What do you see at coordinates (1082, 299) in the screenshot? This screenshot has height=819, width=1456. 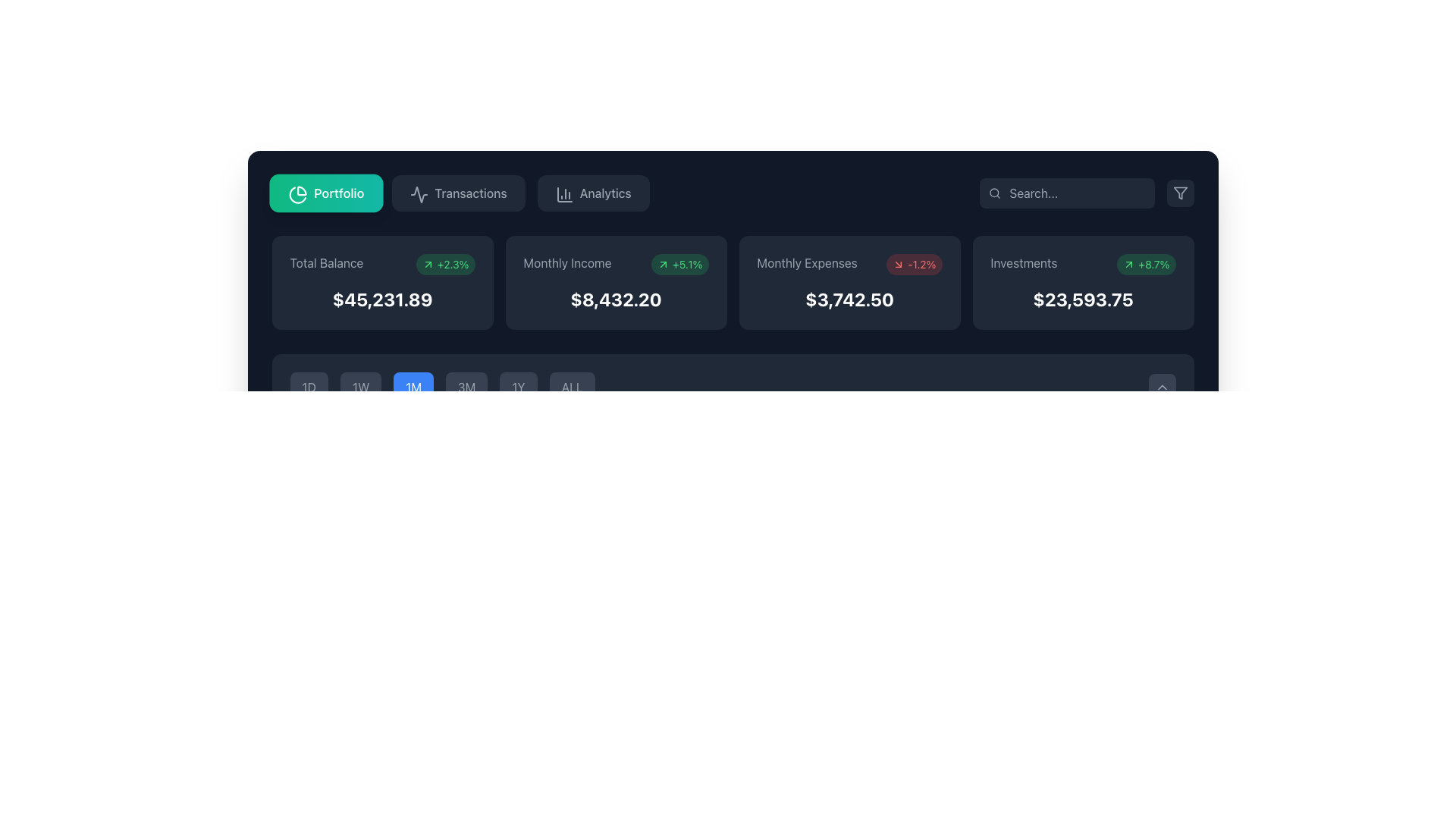 I see `the prominent monetary value text label displaying '$23,593.75' located within the 'Investments' card, positioned beneath the '+8.7%' text` at bounding box center [1082, 299].